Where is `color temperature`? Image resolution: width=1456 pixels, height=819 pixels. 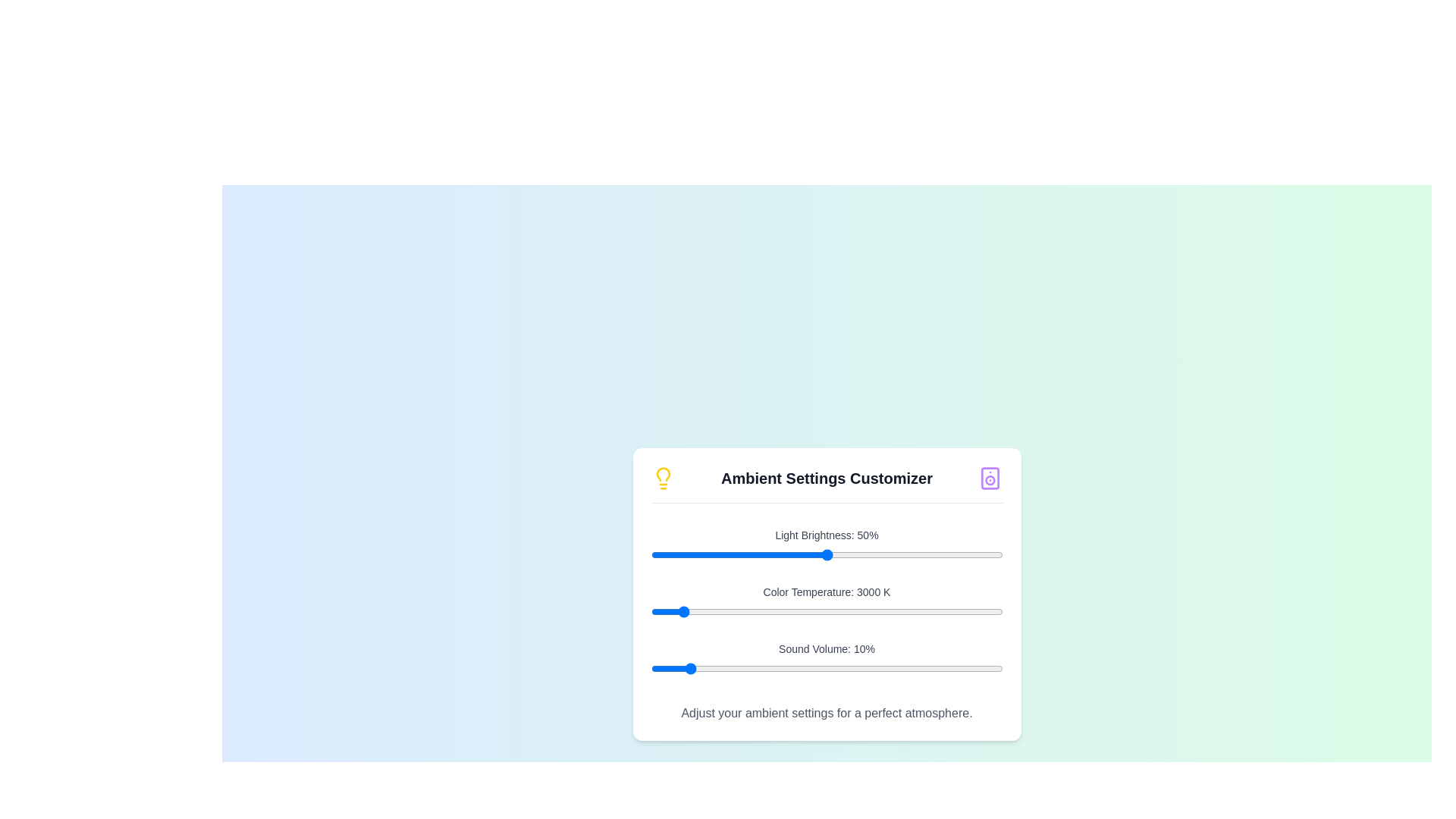 color temperature is located at coordinates (670, 610).